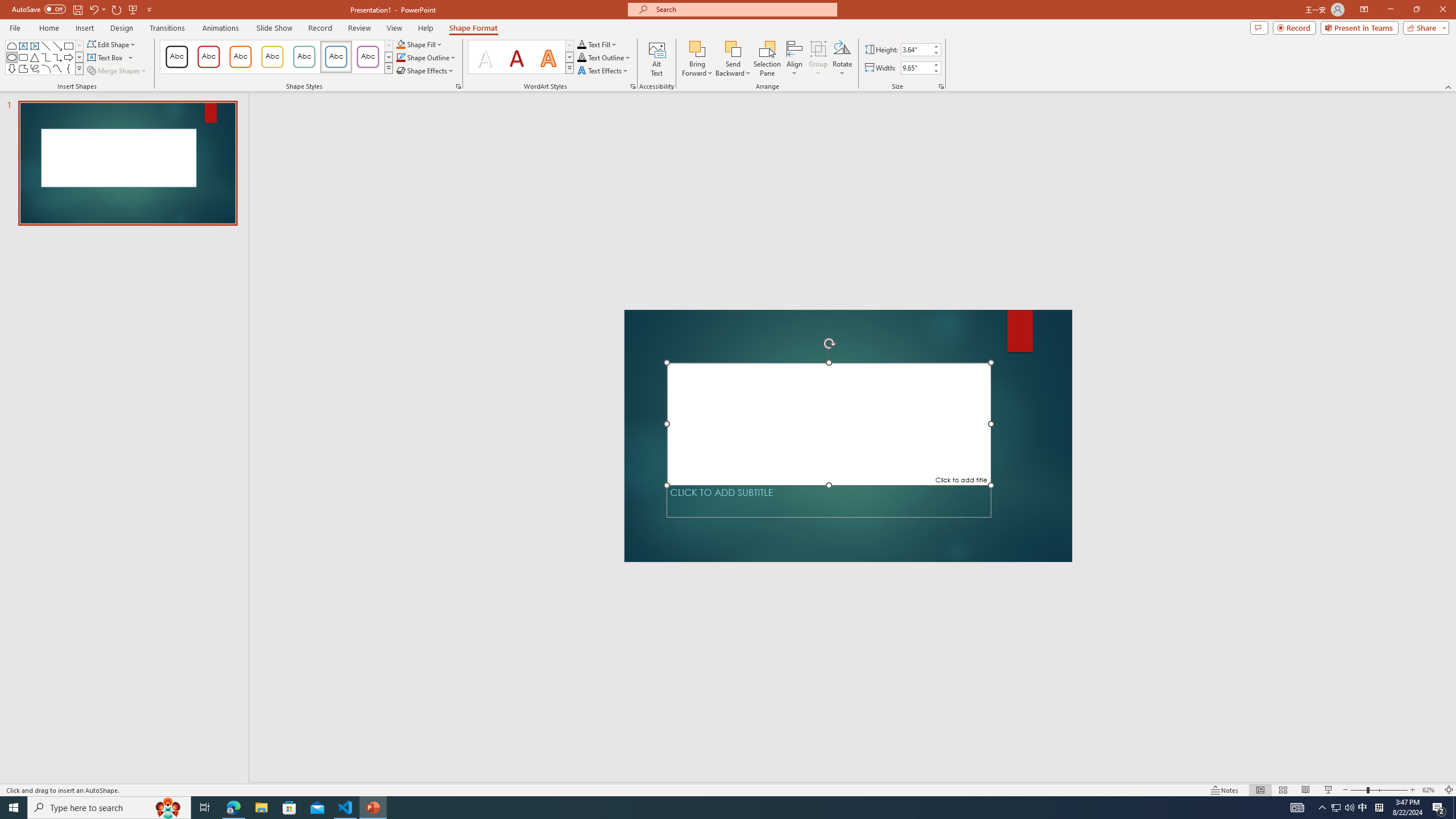  What do you see at coordinates (336, 56) in the screenshot?
I see `'Colored Outline - Blue-Gray, Accent 5'` at bounding box center [336, 56].